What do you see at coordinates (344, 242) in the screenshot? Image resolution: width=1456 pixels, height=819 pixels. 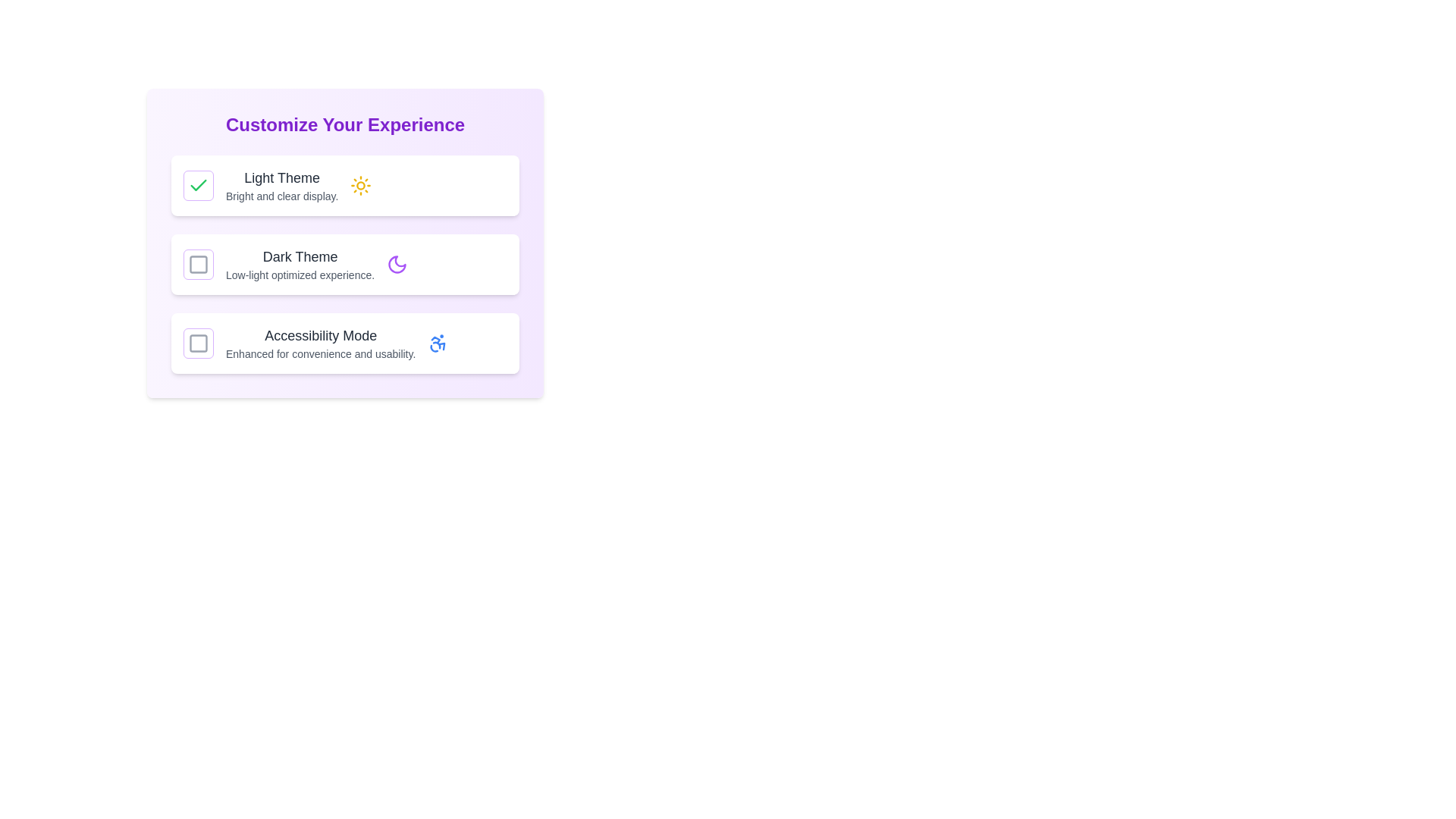 I see `the checkbox of the 'Dark Theme' selection item within the options list for keyboard selection` at bounding box center [344, 242].